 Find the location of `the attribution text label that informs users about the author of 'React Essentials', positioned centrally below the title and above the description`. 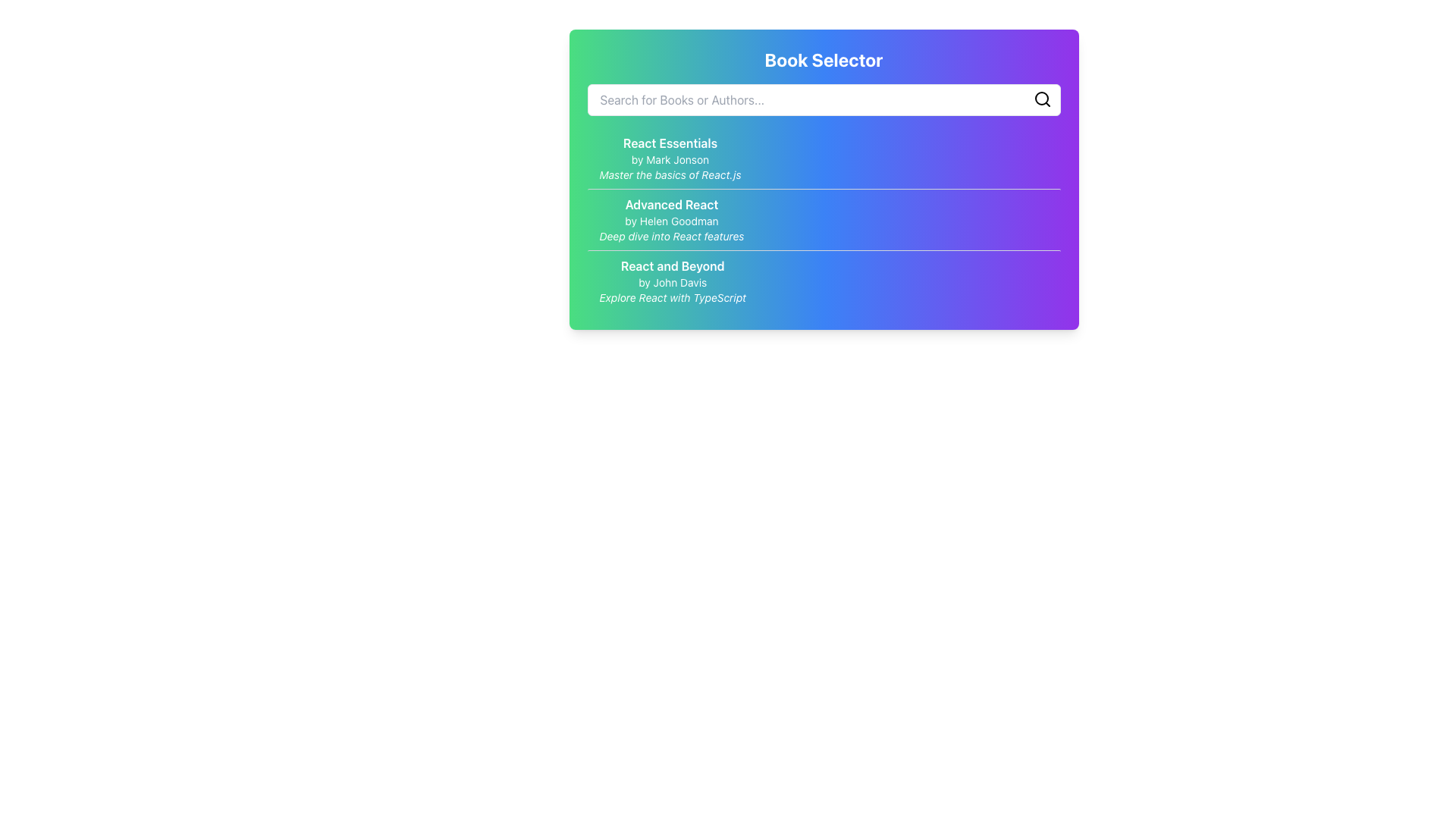

the attribution text label that informs users about the author of 'React Essentials', positioned centrally below the title and above the description is located at coordinates (669, 160).